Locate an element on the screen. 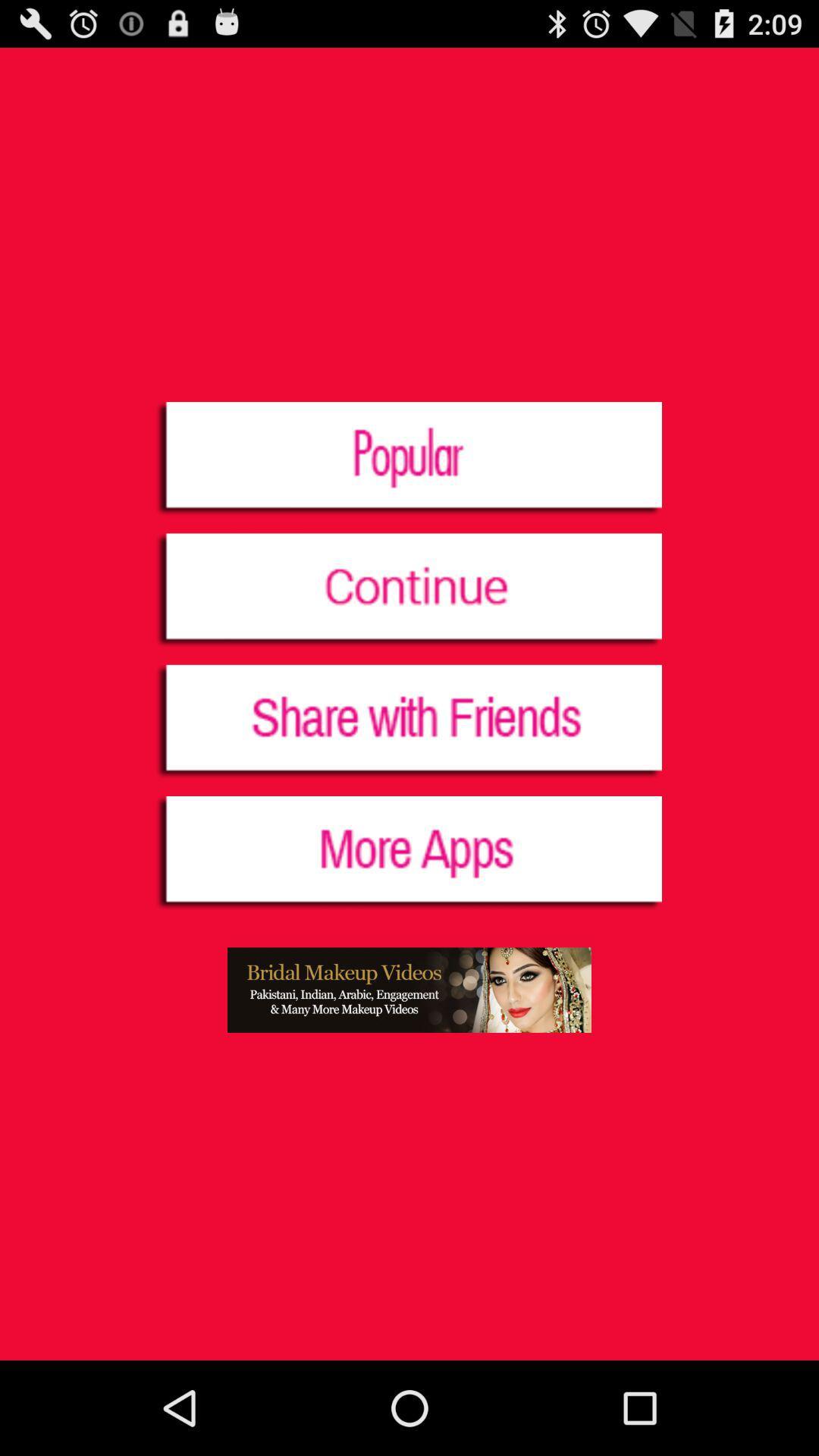 The width and height of the screenshot is (819, 1456). open more apps is located at coordinates (408, 854).